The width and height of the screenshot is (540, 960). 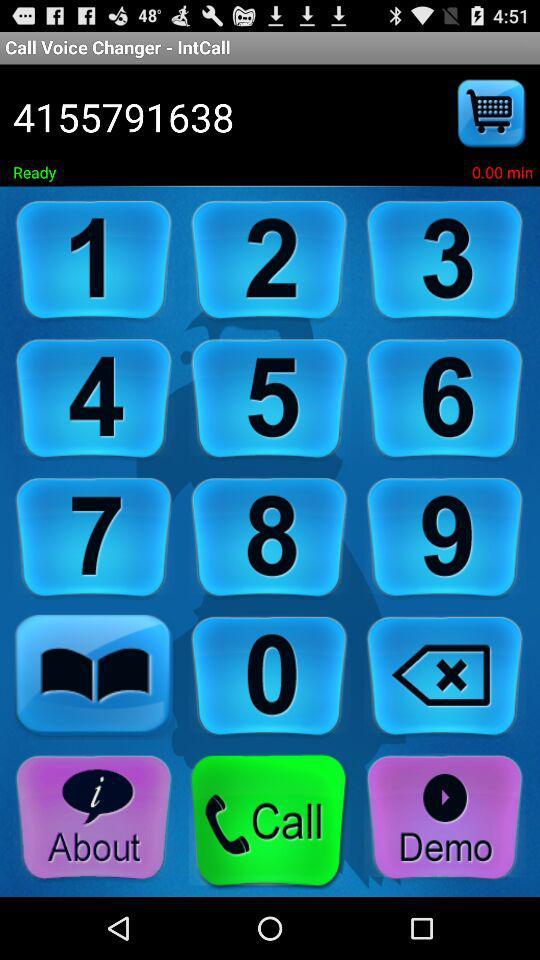 I want to click on number 8, so click(x=269, y=537).